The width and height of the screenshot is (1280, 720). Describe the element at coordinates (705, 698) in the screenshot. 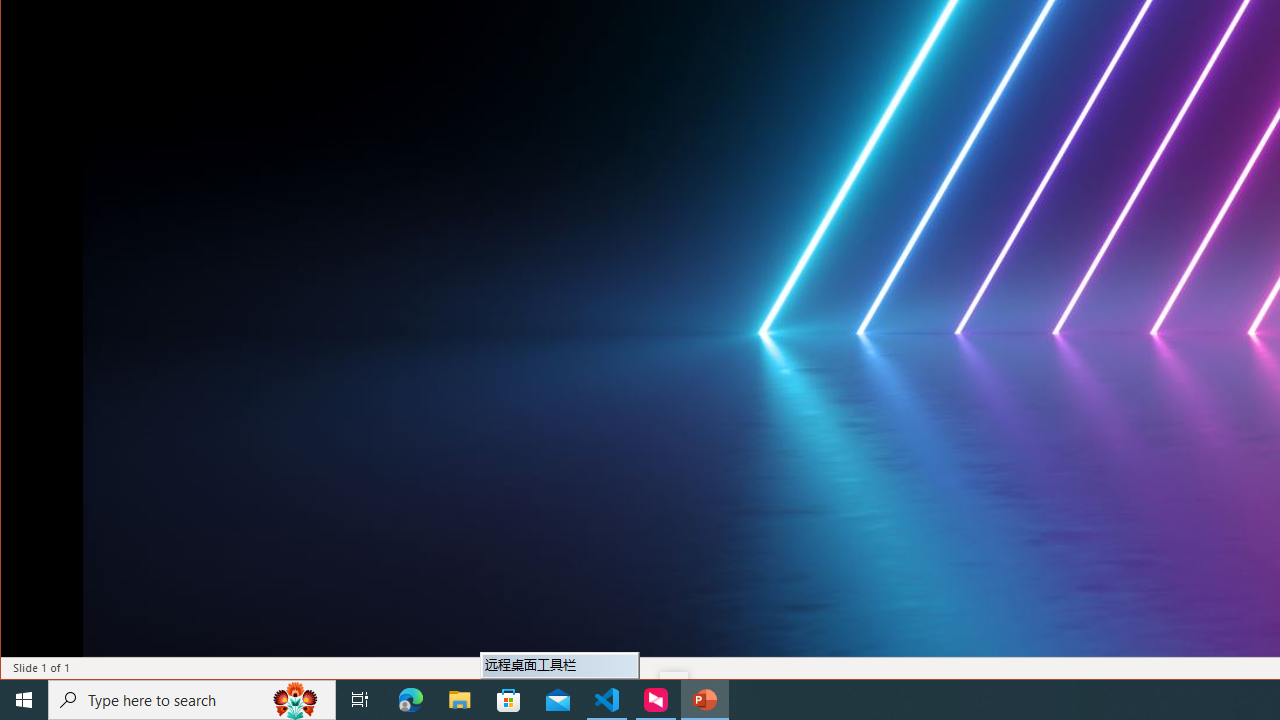

I see `'PowerPoint - 1 running window'` at that location.